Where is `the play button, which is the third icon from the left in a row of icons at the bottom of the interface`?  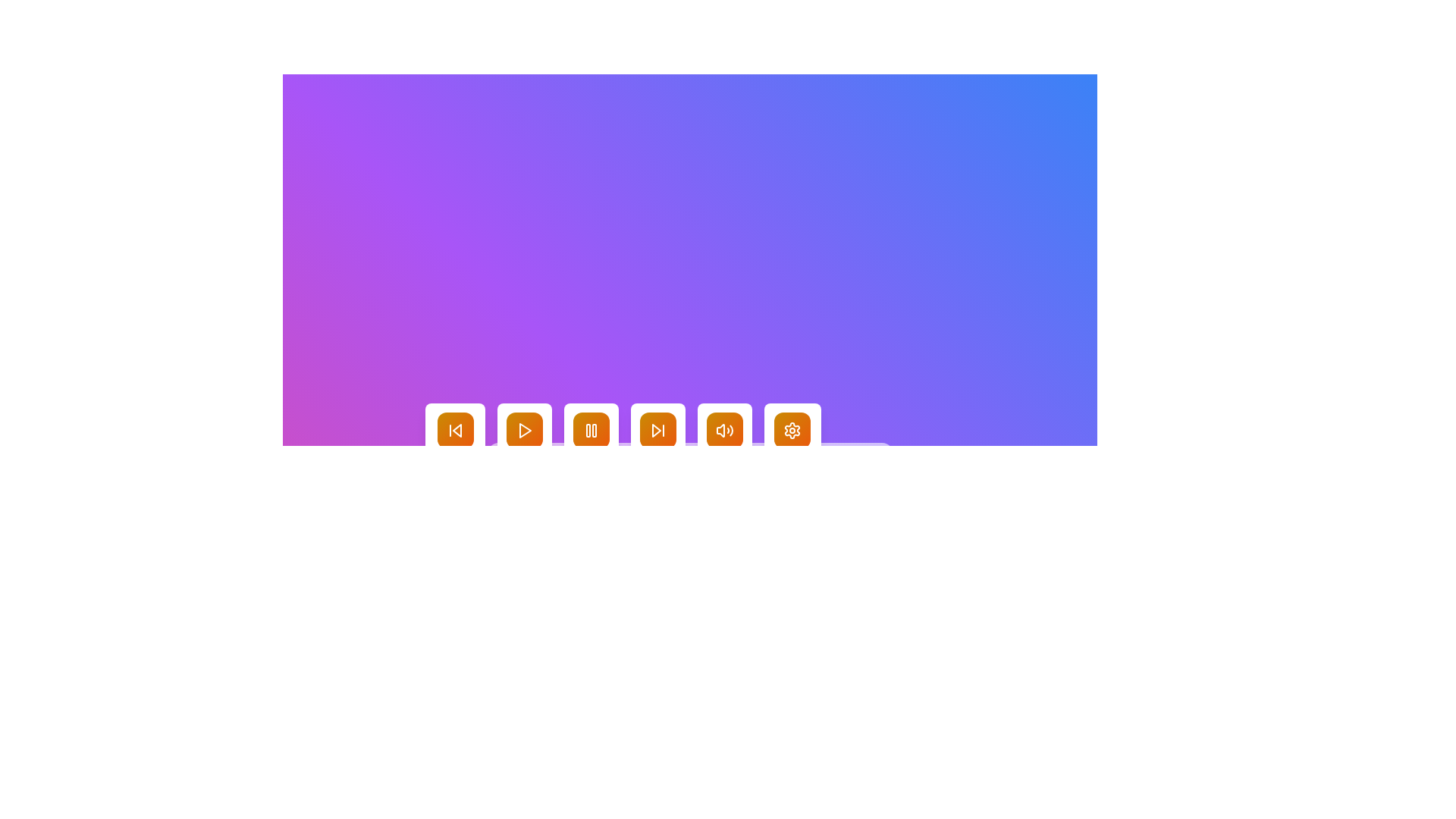
the play button, which is the third icon from the left in a row of icons at the bottom of the interface is located at coordinates (524, 430).